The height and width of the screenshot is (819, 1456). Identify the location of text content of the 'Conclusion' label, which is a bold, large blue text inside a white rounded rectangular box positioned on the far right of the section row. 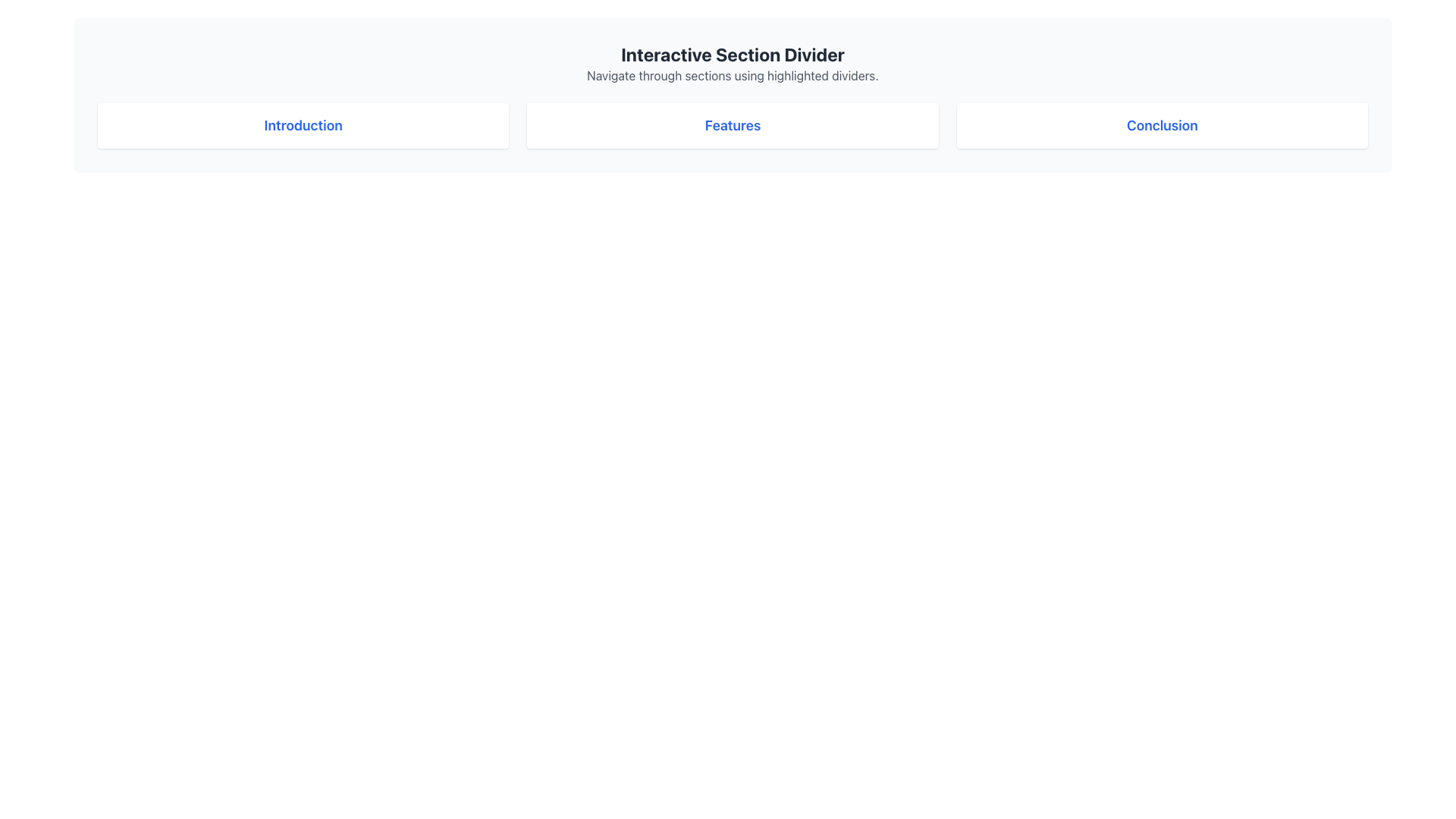
(1161, 124).